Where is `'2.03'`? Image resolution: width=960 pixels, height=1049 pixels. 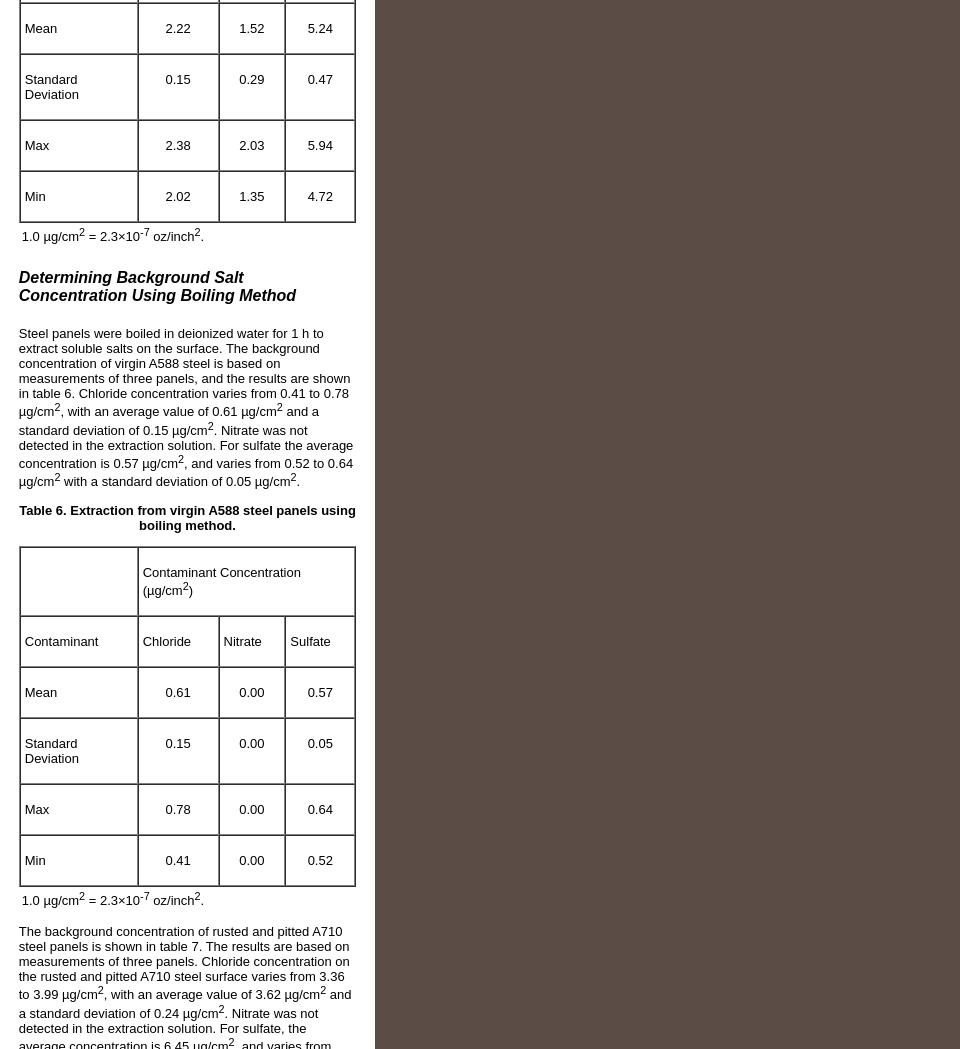 '2.03' is located at coordinates (250, 145).